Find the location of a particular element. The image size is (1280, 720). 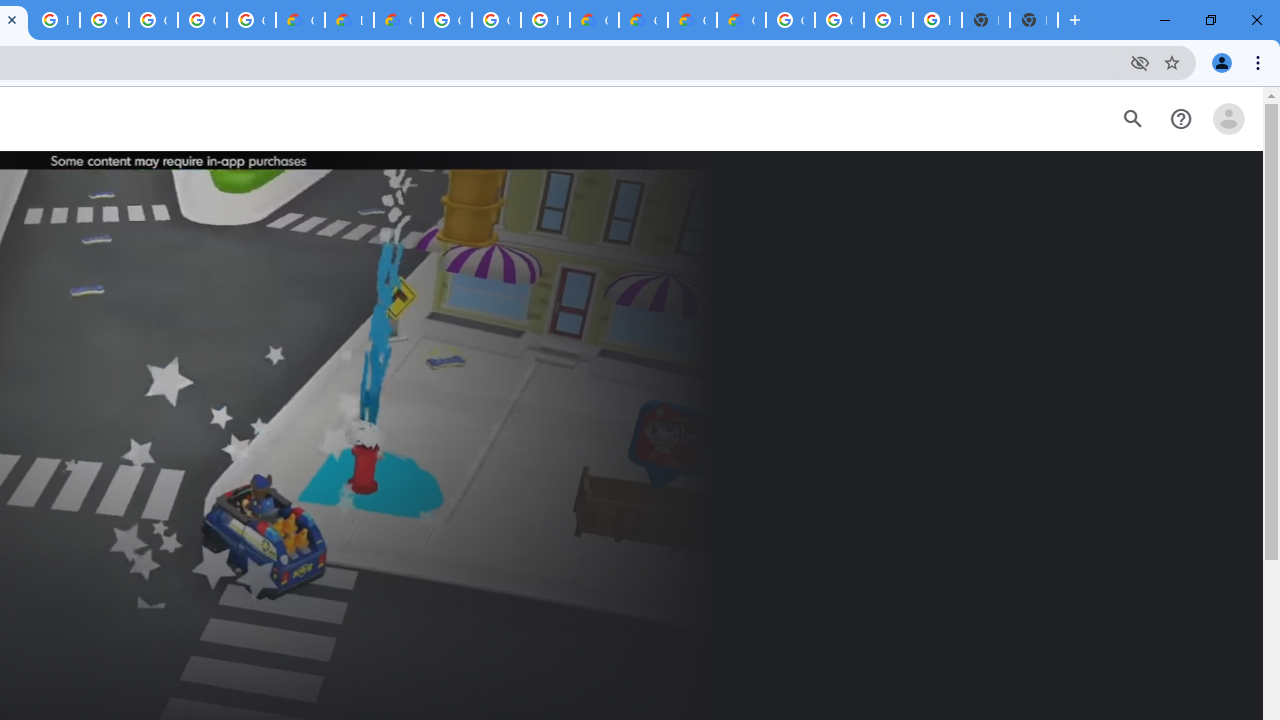

'Google Cloud Pricing Calculator' is located at coordinates (643, 20).